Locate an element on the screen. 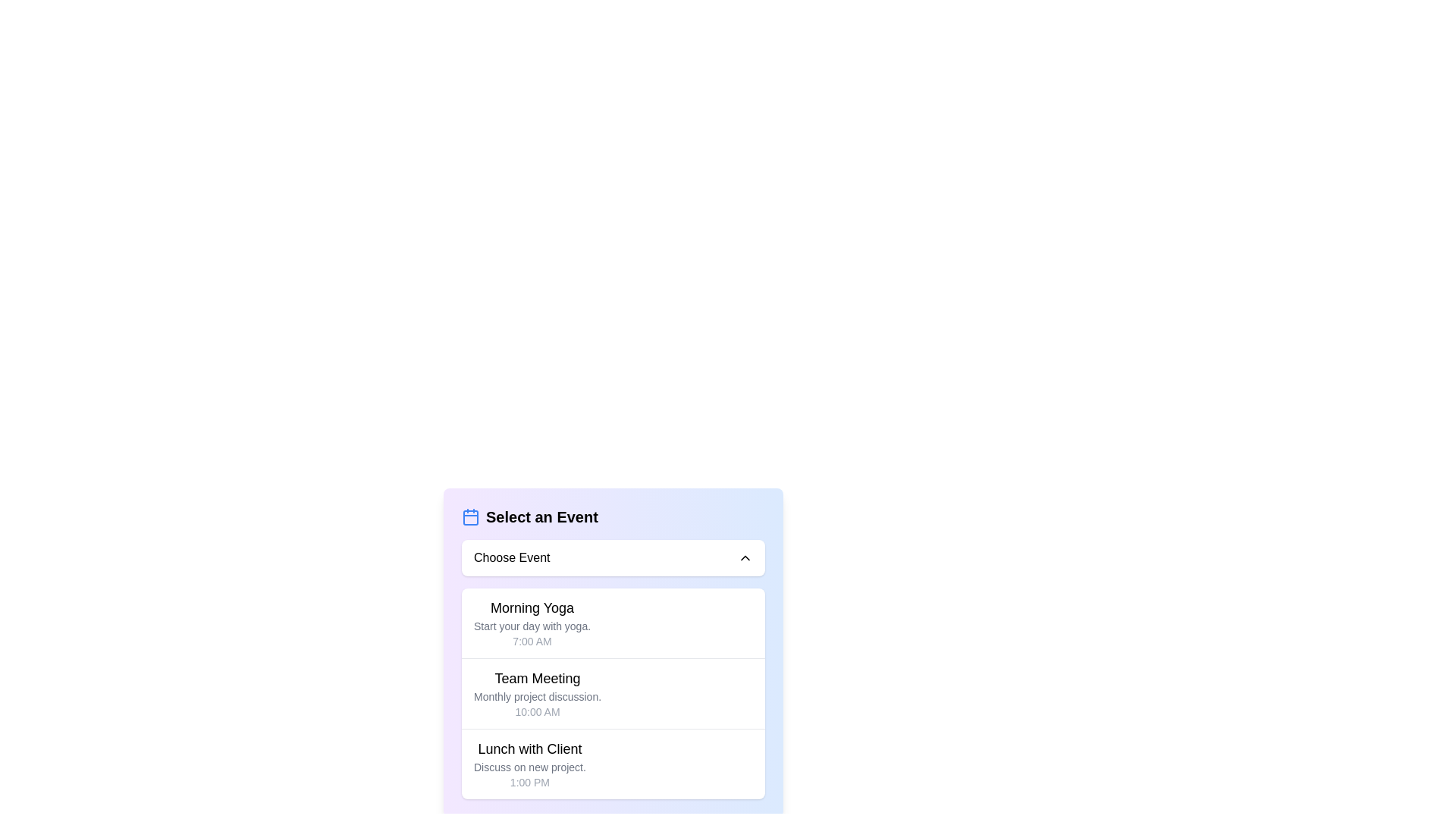 The image size is (1456, 819). the text snippet 'Discuss on new project.' which is styled in a small-sized font with a grayish tint, found in the 'Select an Event' section of the interface is located at coordinates (529, 767).